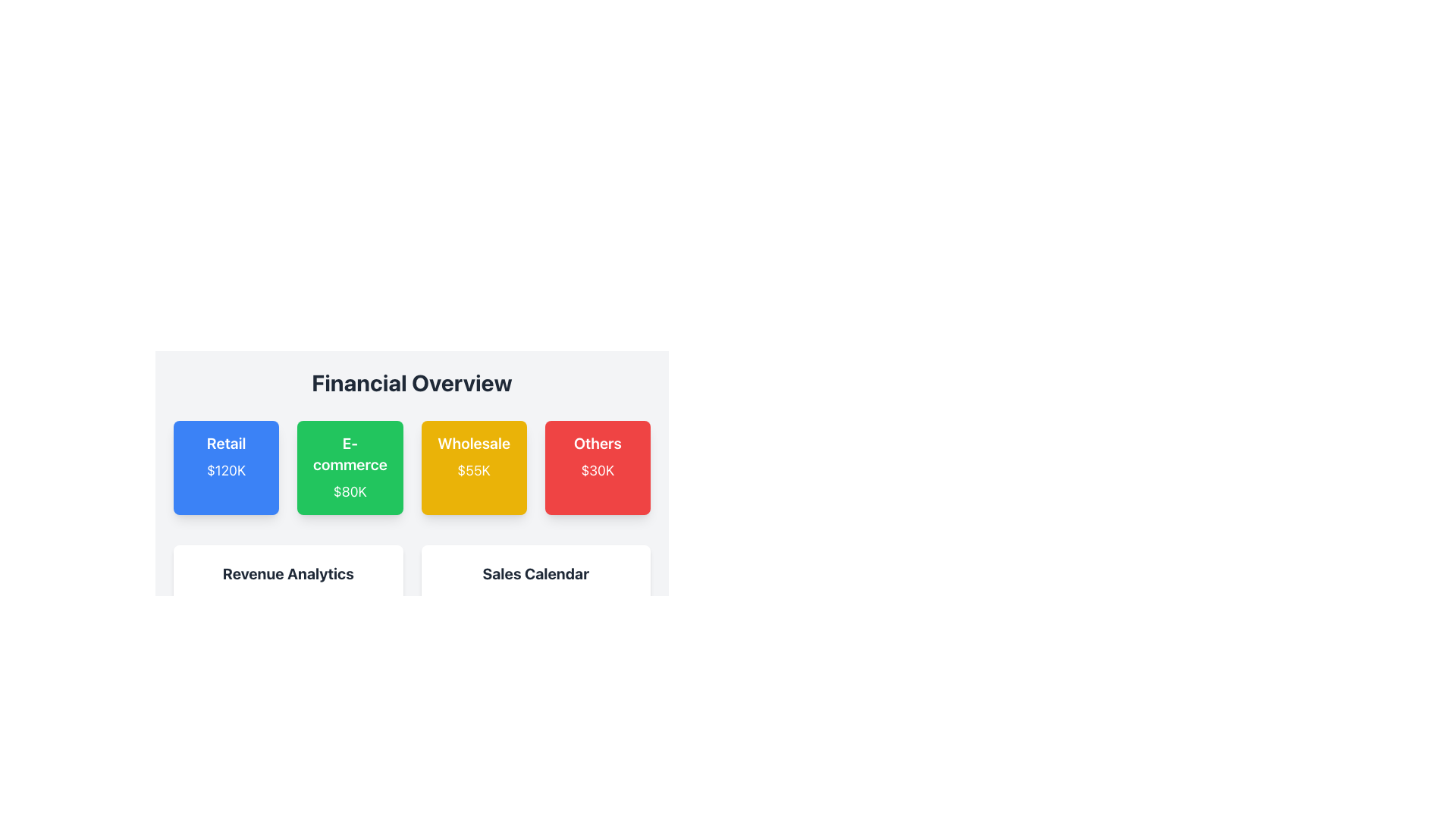 Image resolution: width=1456 pixels, height=819 pixels. What do you see at coordinates (225, 470) in the screenshot?
I see `the text label displaying '$120K' located below the title 'Retail' in the blue background section` at bounding box center [225, 470].